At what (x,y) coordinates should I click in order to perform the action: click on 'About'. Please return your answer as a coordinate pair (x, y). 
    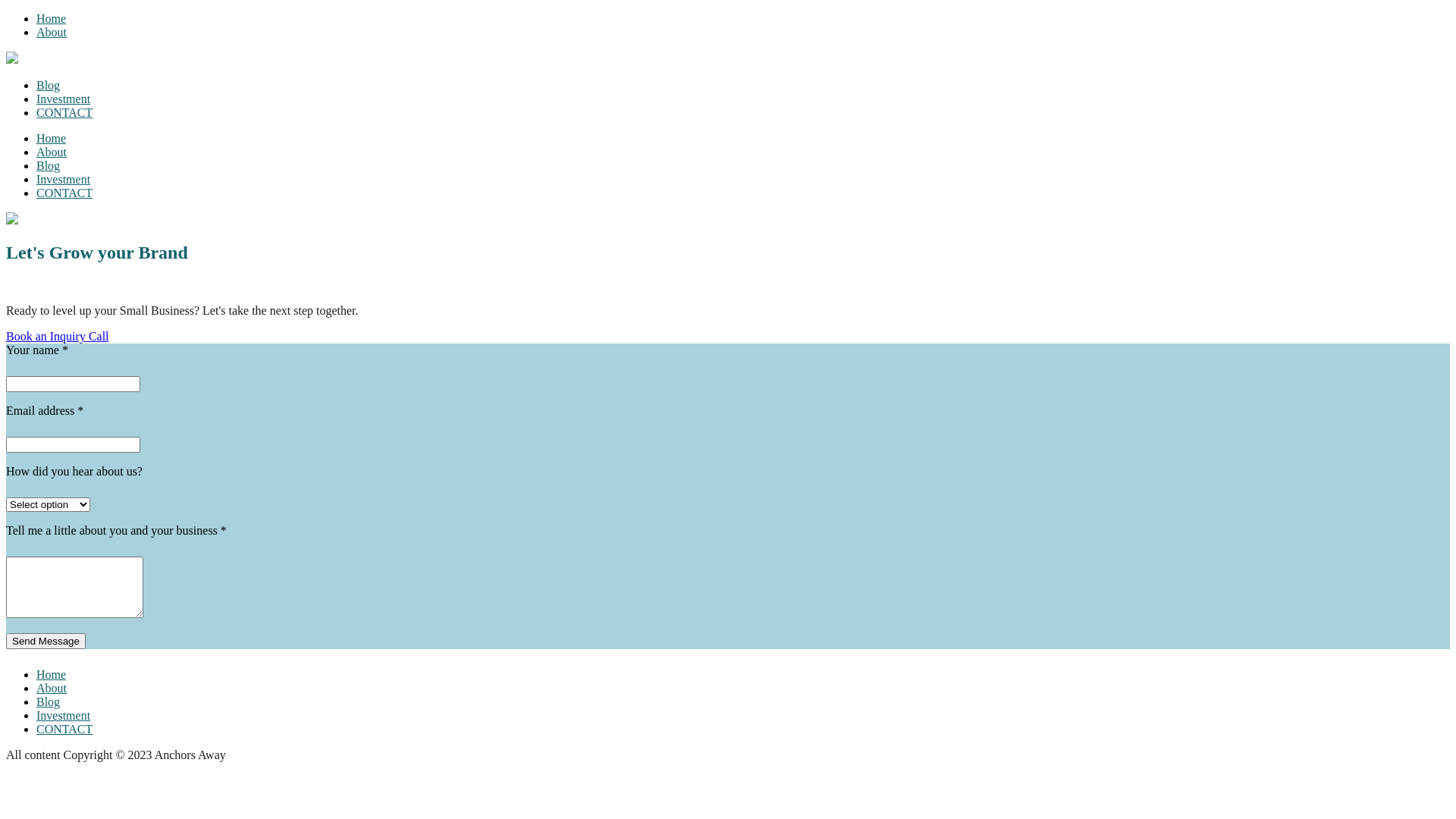
    Looking at the image, I should click on (51, 32).